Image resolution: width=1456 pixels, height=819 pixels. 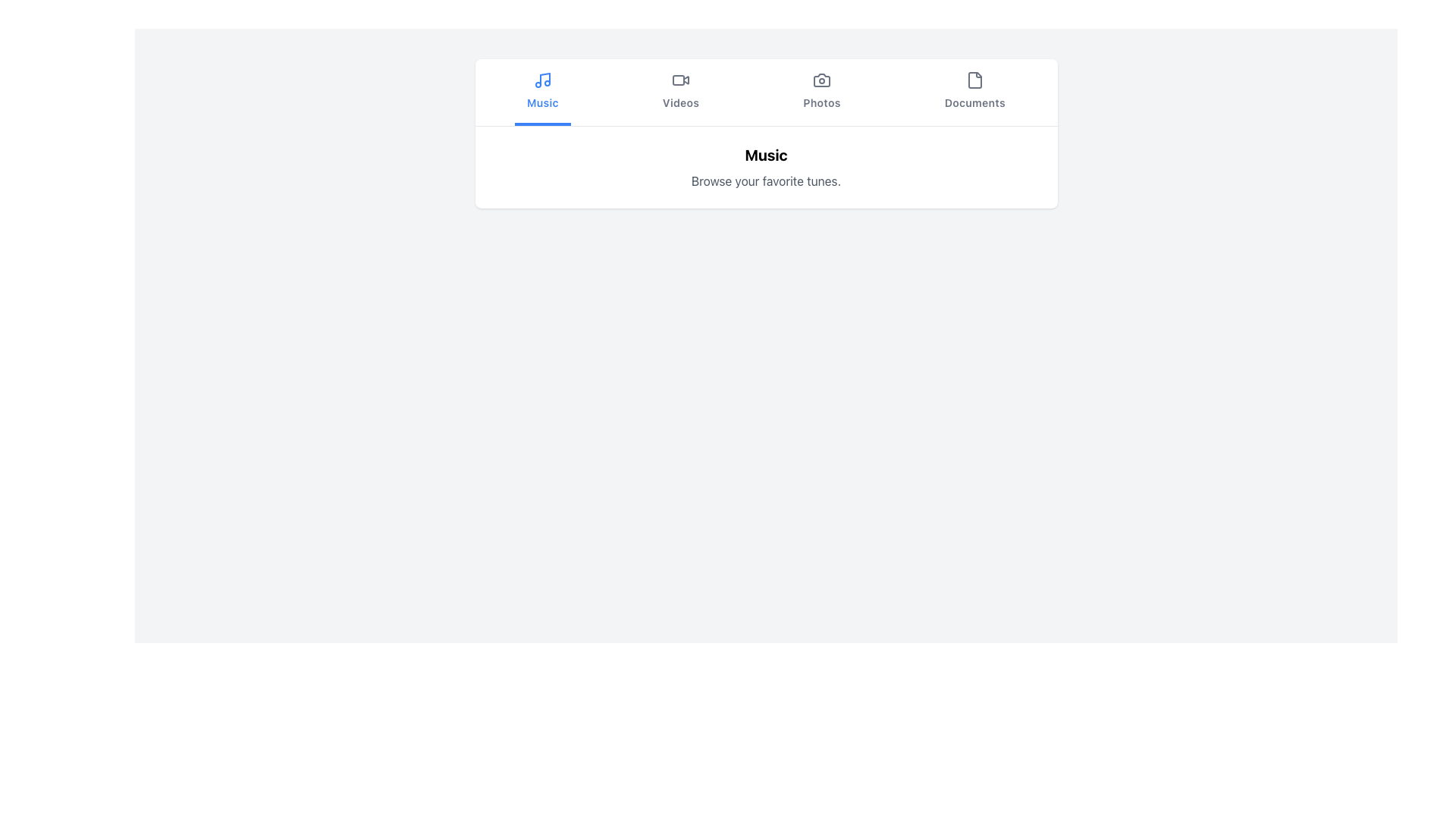 What do you see at coordinates (542, 93) in the screenshot?
I see `the active 'Music' Navigation tab which includes a musical note icon and a bold blue label, positioned at the top left of the section` at bounding box center [542, 93].